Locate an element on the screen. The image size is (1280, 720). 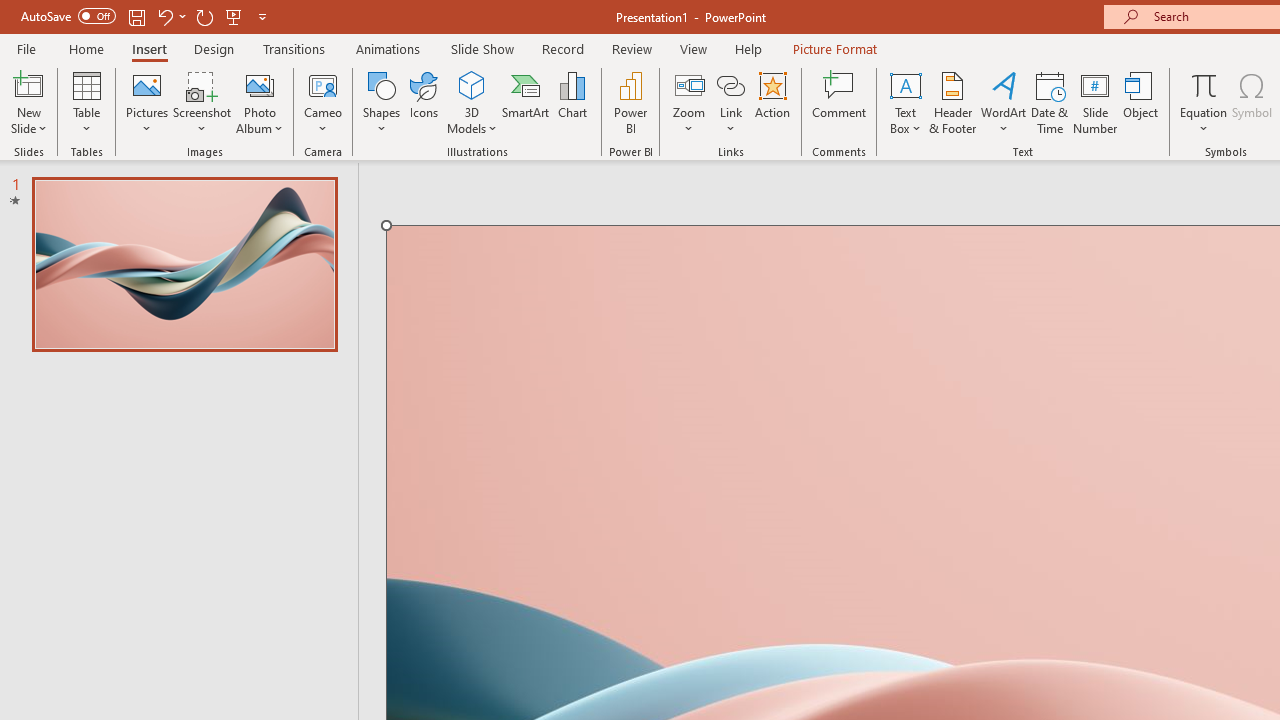
'Equation' is located at coordinates (1202, 103).